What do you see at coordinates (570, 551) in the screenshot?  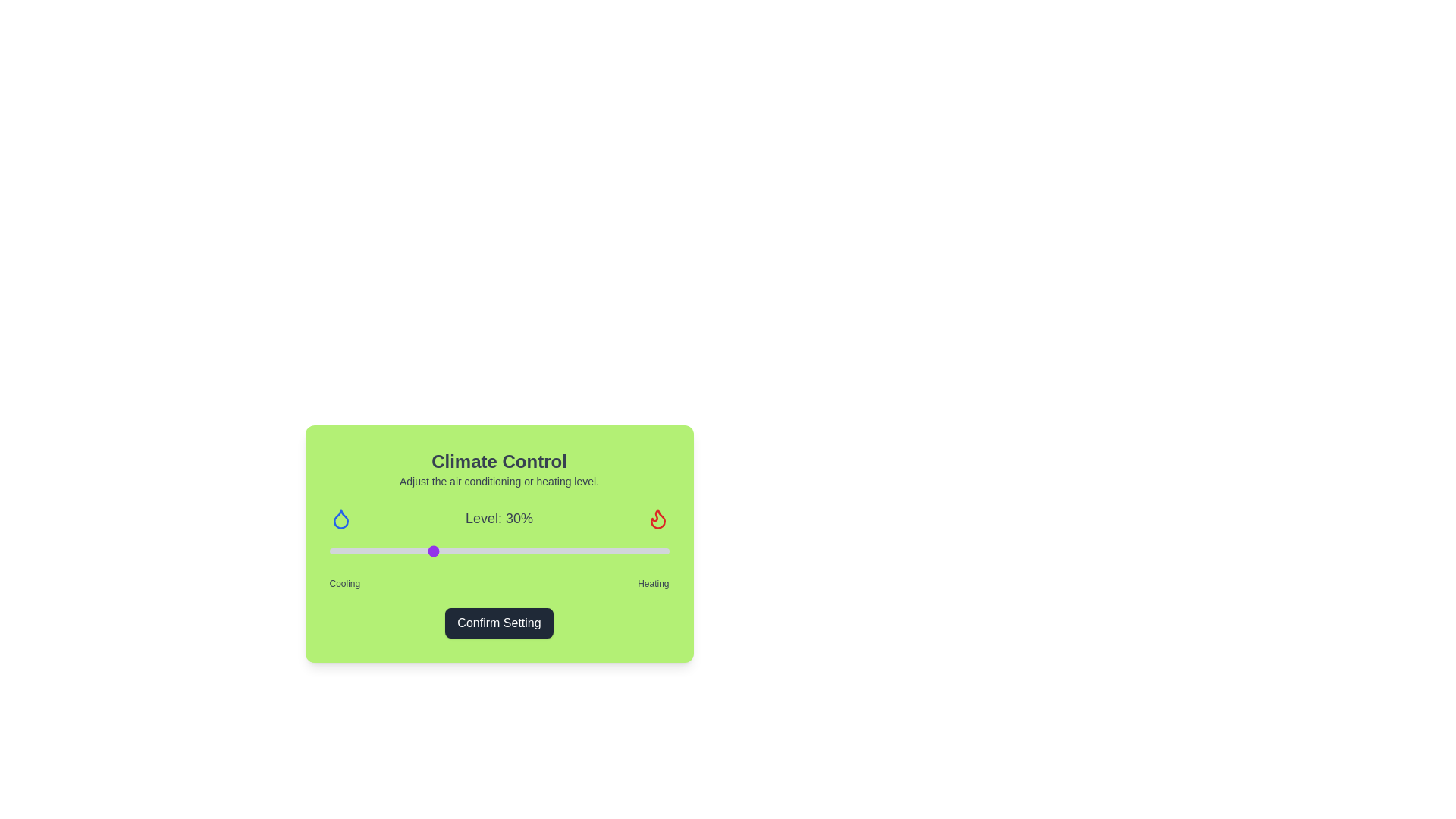 I see `the slider to set the level to 71%` at bounding box center [570, 551].